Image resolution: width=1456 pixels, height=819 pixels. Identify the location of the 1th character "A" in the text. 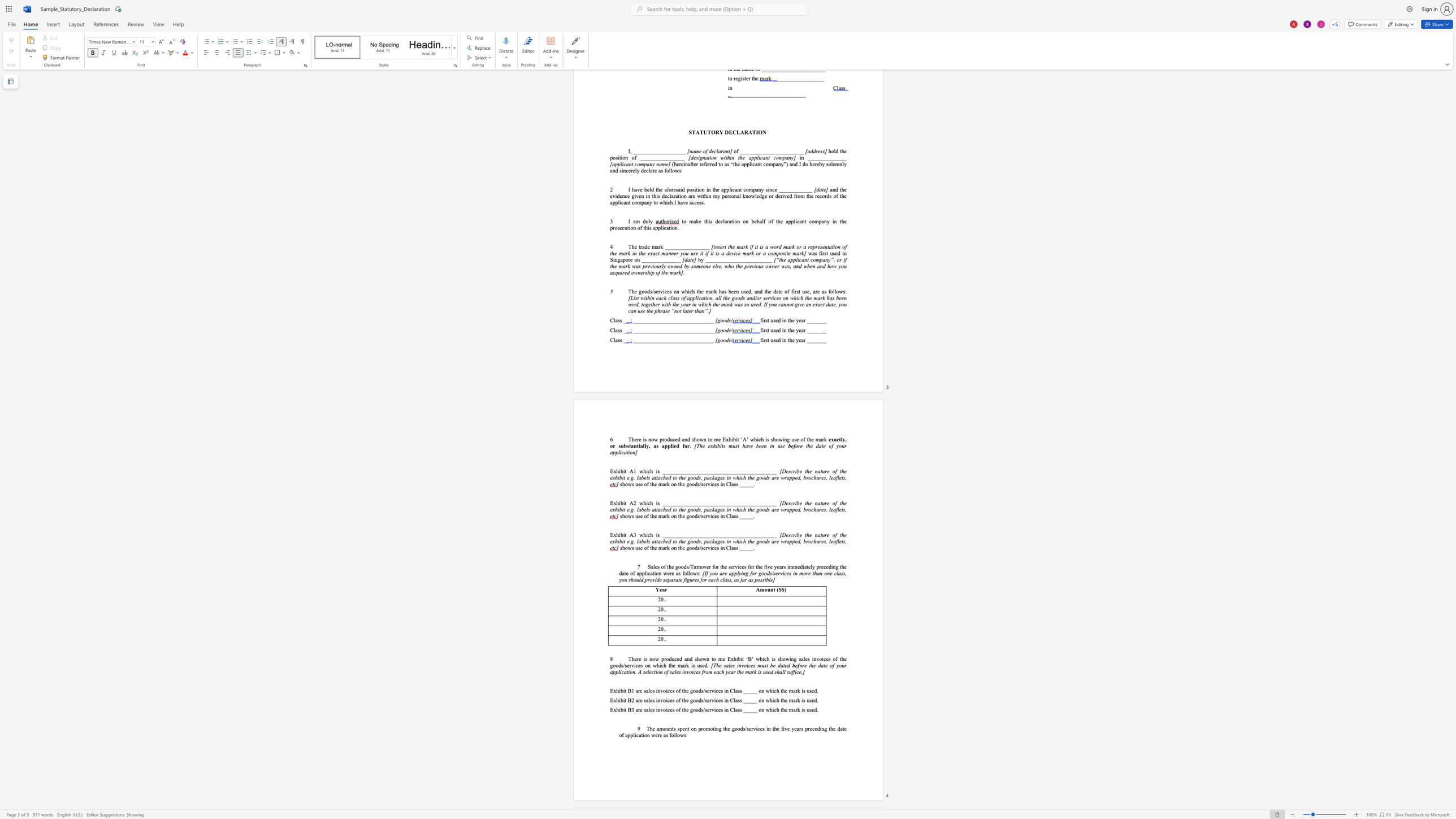
(631, 471).